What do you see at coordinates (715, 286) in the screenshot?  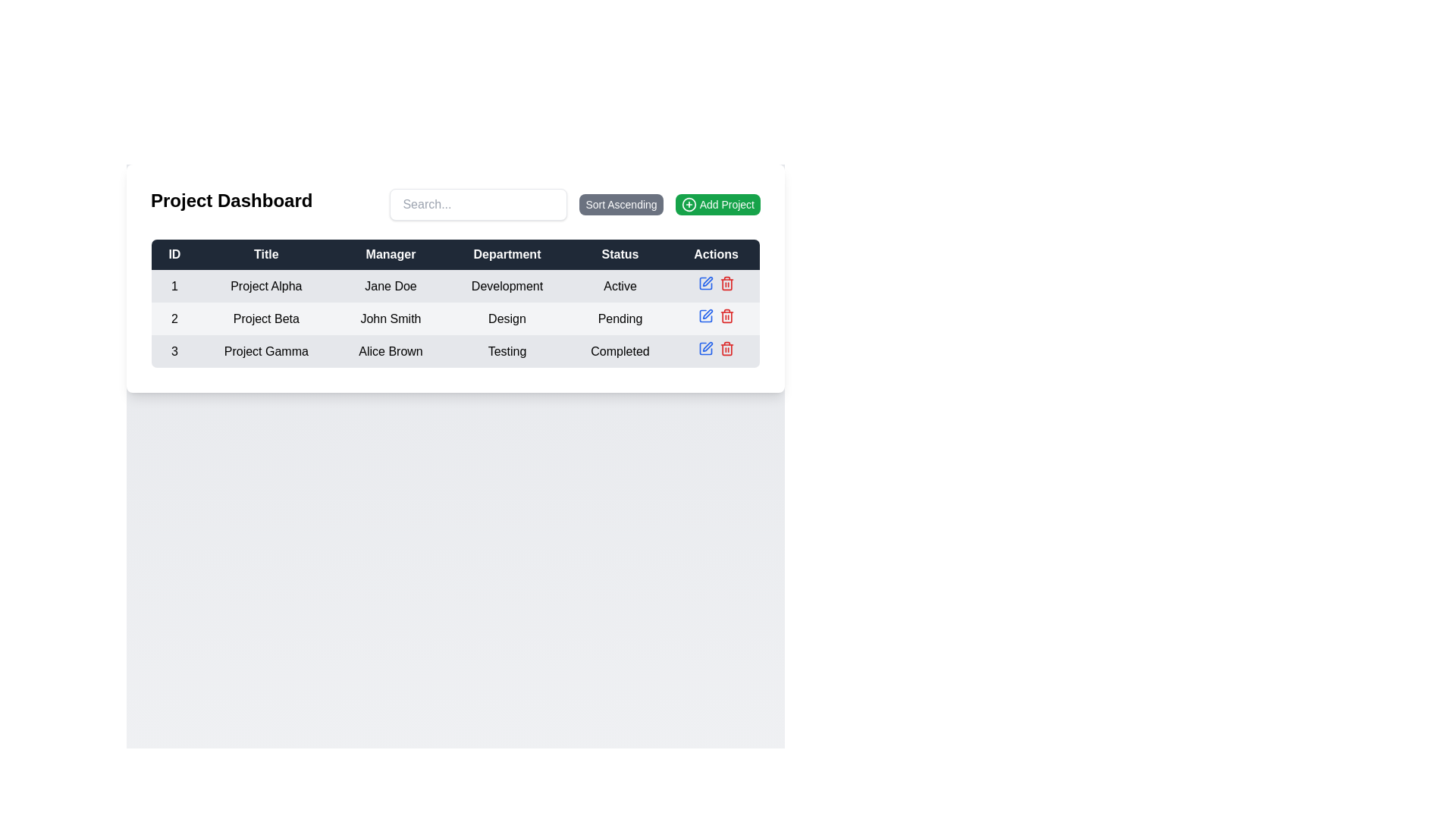 I see `the blue pen icon in the Button Group (Action Icons) located at the rightmost side of the 'Actions' column in the first row of the table` at bounding box center [715, 286].